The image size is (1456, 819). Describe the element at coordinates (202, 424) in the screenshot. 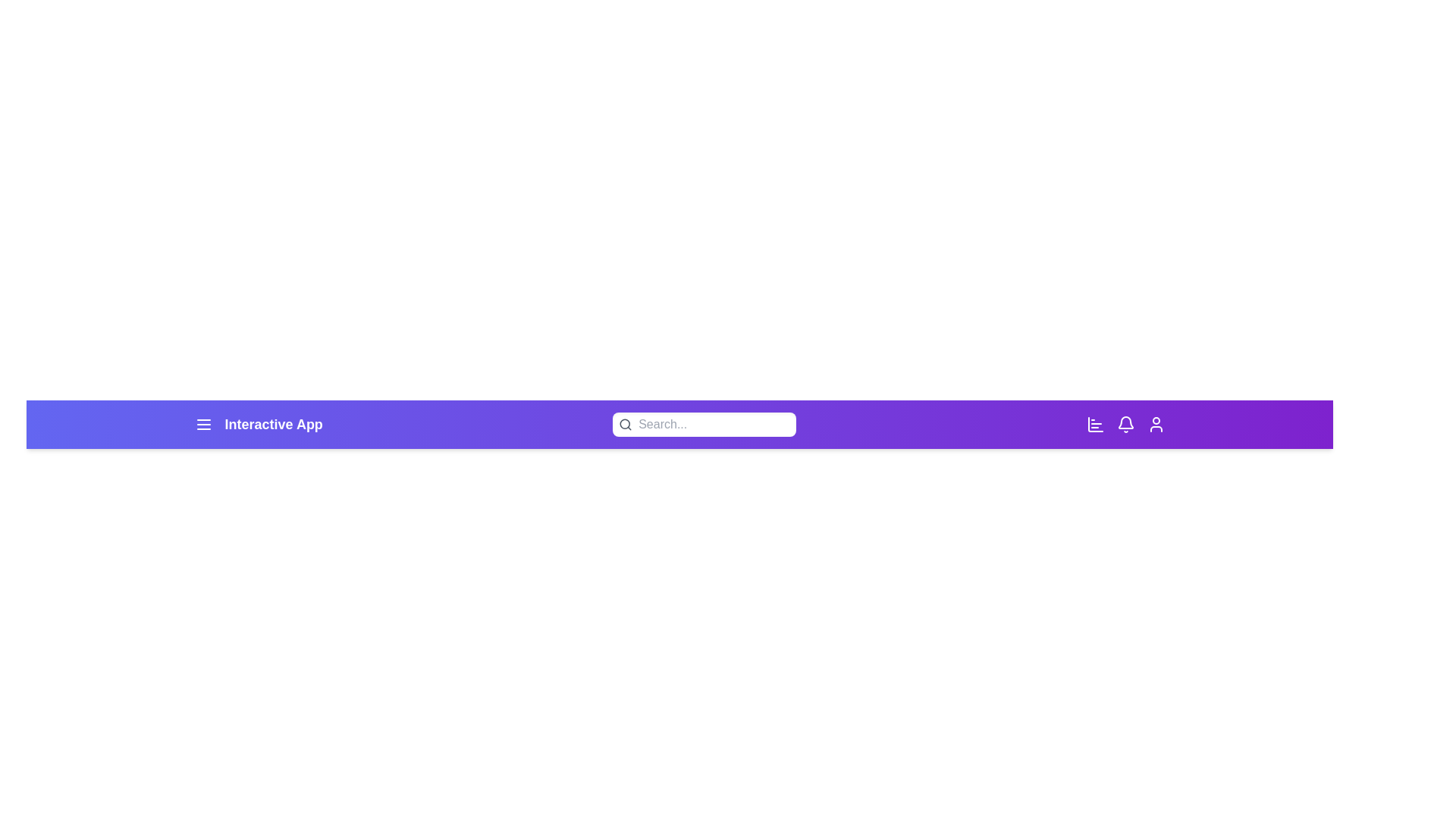

I see `the menu icon to open the navigation drawer` at that location.